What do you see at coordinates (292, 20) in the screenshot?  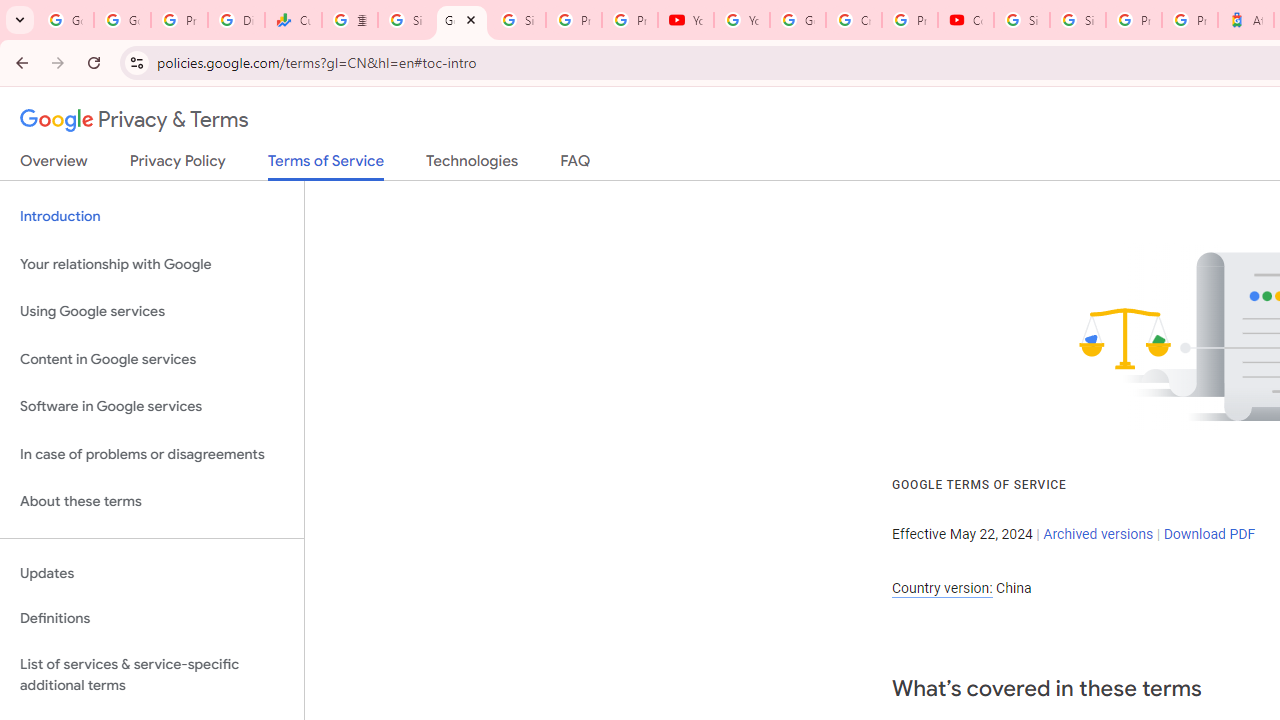 I see `'Currencies - Google Finance'` at bounding box center [292, 20].